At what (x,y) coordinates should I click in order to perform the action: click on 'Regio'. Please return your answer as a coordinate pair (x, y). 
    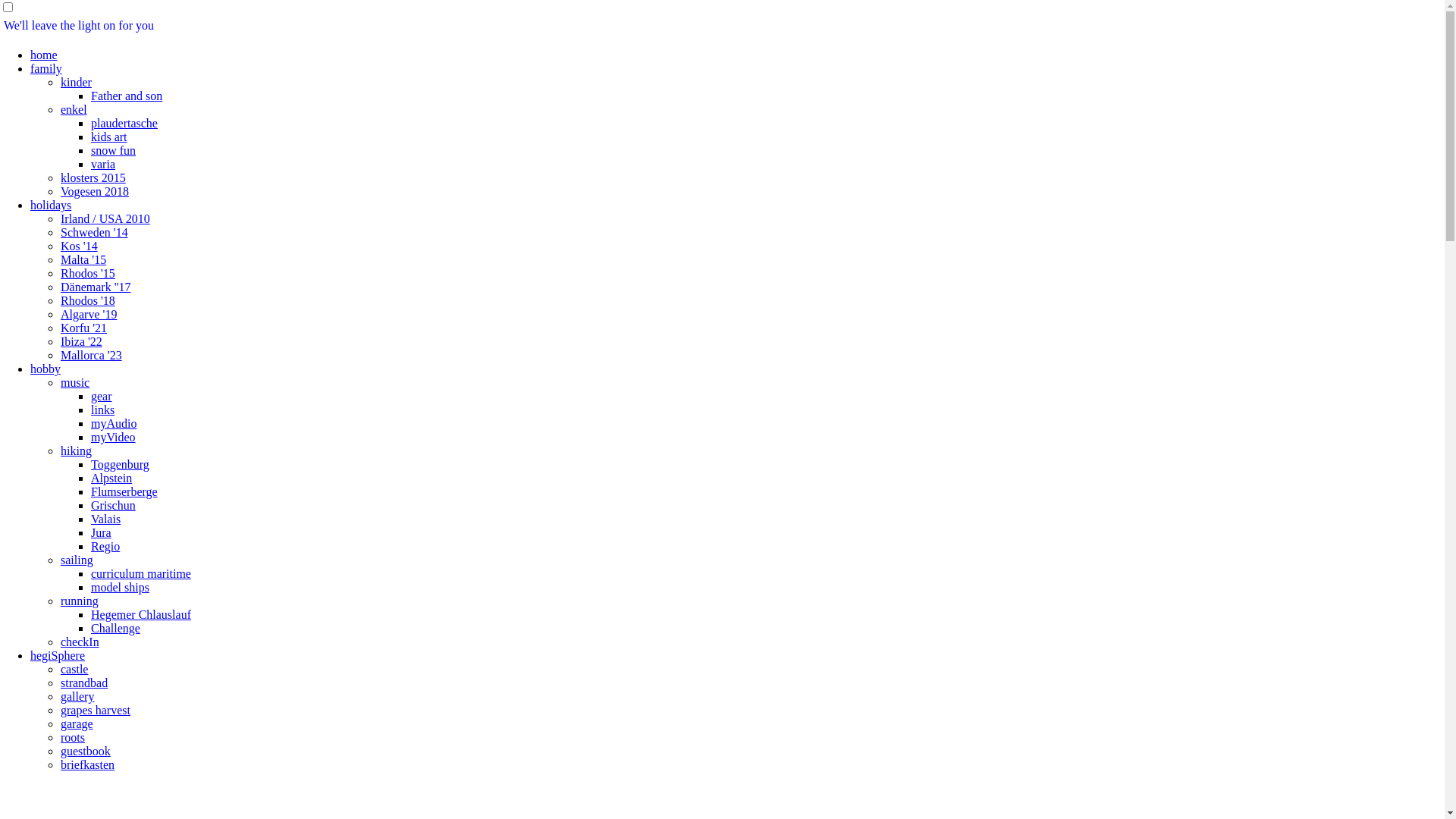
    Looking at the image, I should click on (105, 546).